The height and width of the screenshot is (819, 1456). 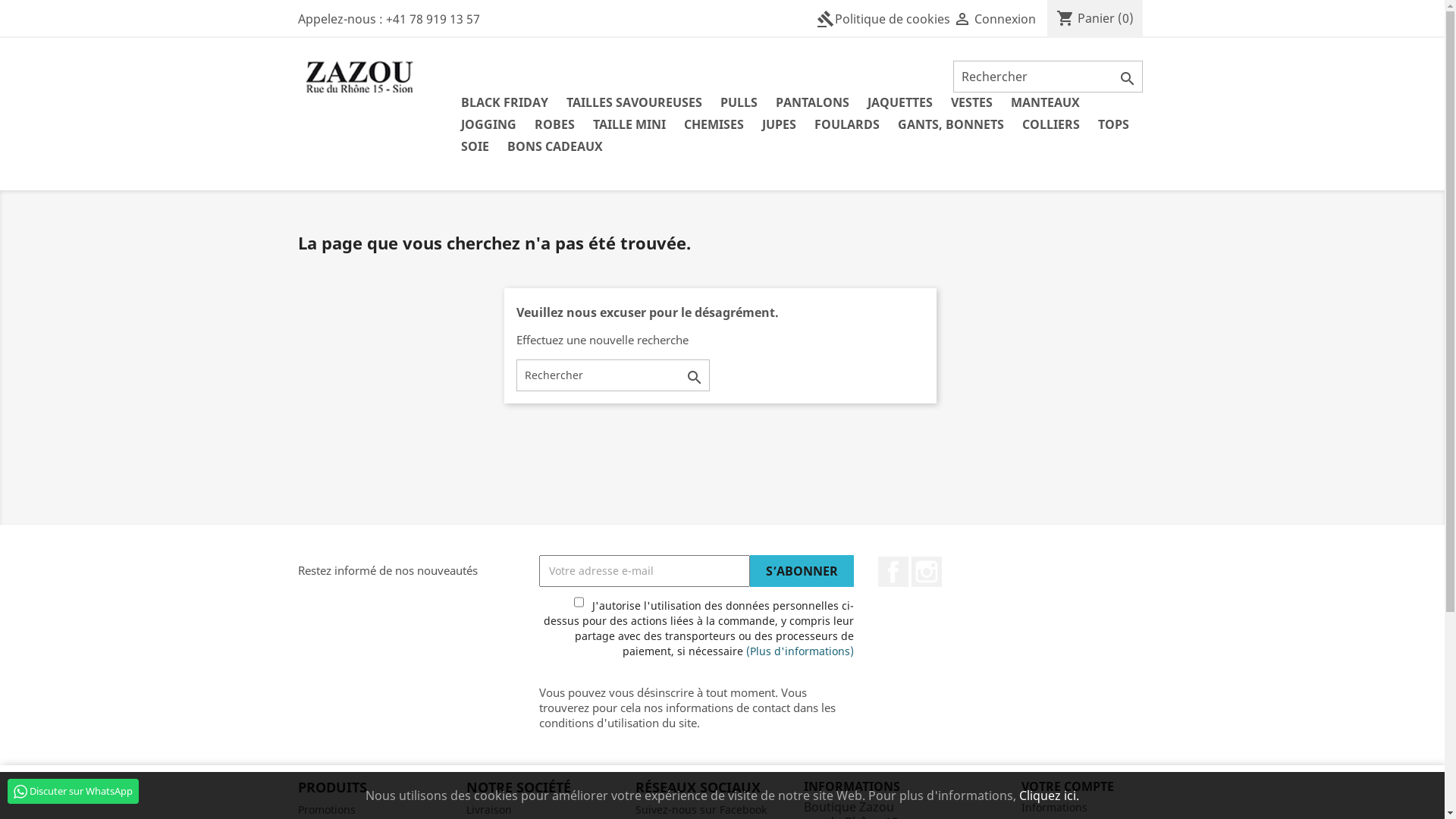 I want to click on 'JOGGING', so click(x=488, y=124).